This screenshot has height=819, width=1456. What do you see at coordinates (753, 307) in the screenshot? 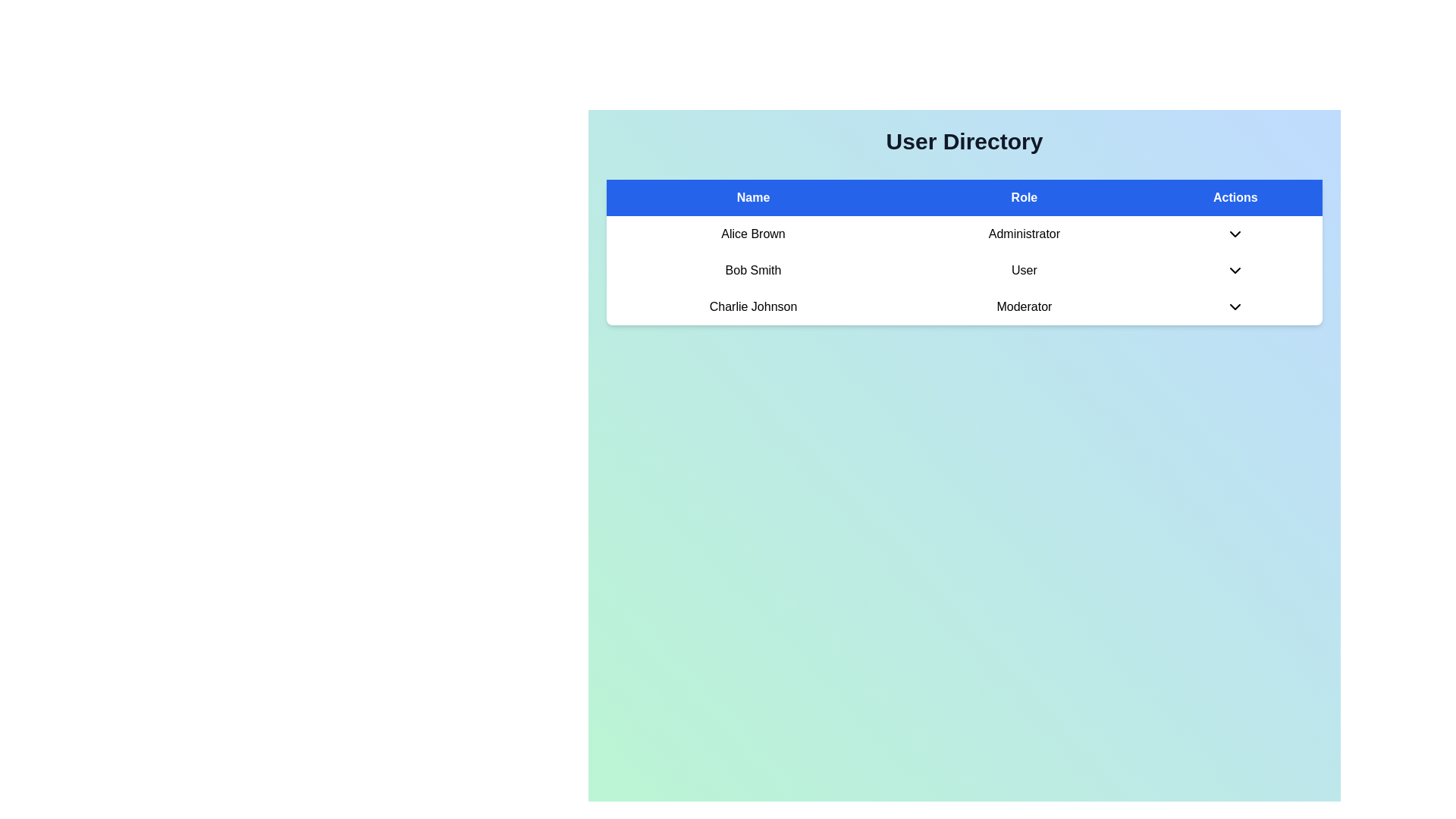
I see `the static text label displaying the name 'Charlie Johnson' located in the first column of the user details table` at bounding box center [753, 307].